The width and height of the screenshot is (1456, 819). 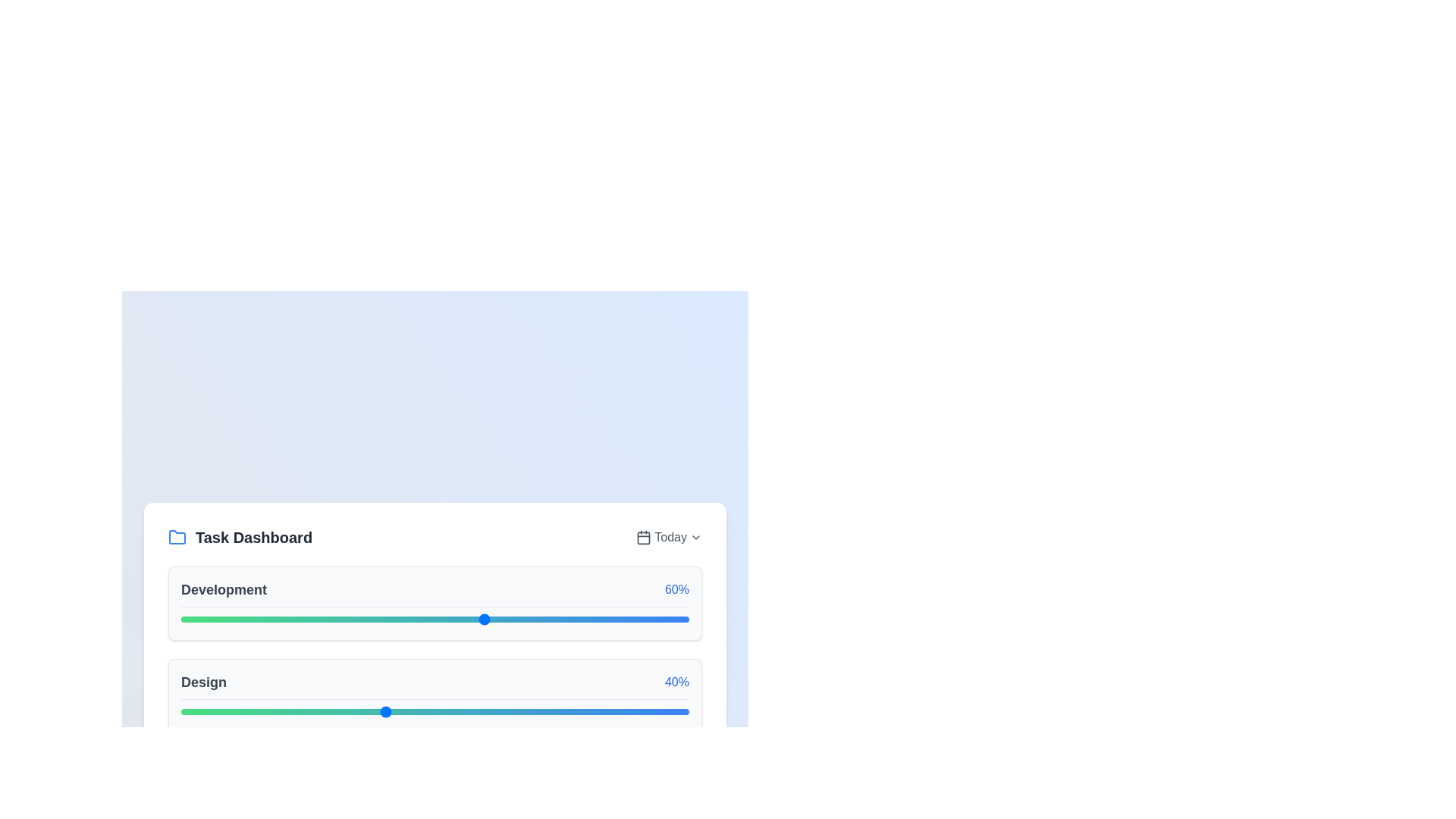 What do you see at coordinates (384, 620) in the screenshot?
I see `the slider` at bounding box center [384, 620].